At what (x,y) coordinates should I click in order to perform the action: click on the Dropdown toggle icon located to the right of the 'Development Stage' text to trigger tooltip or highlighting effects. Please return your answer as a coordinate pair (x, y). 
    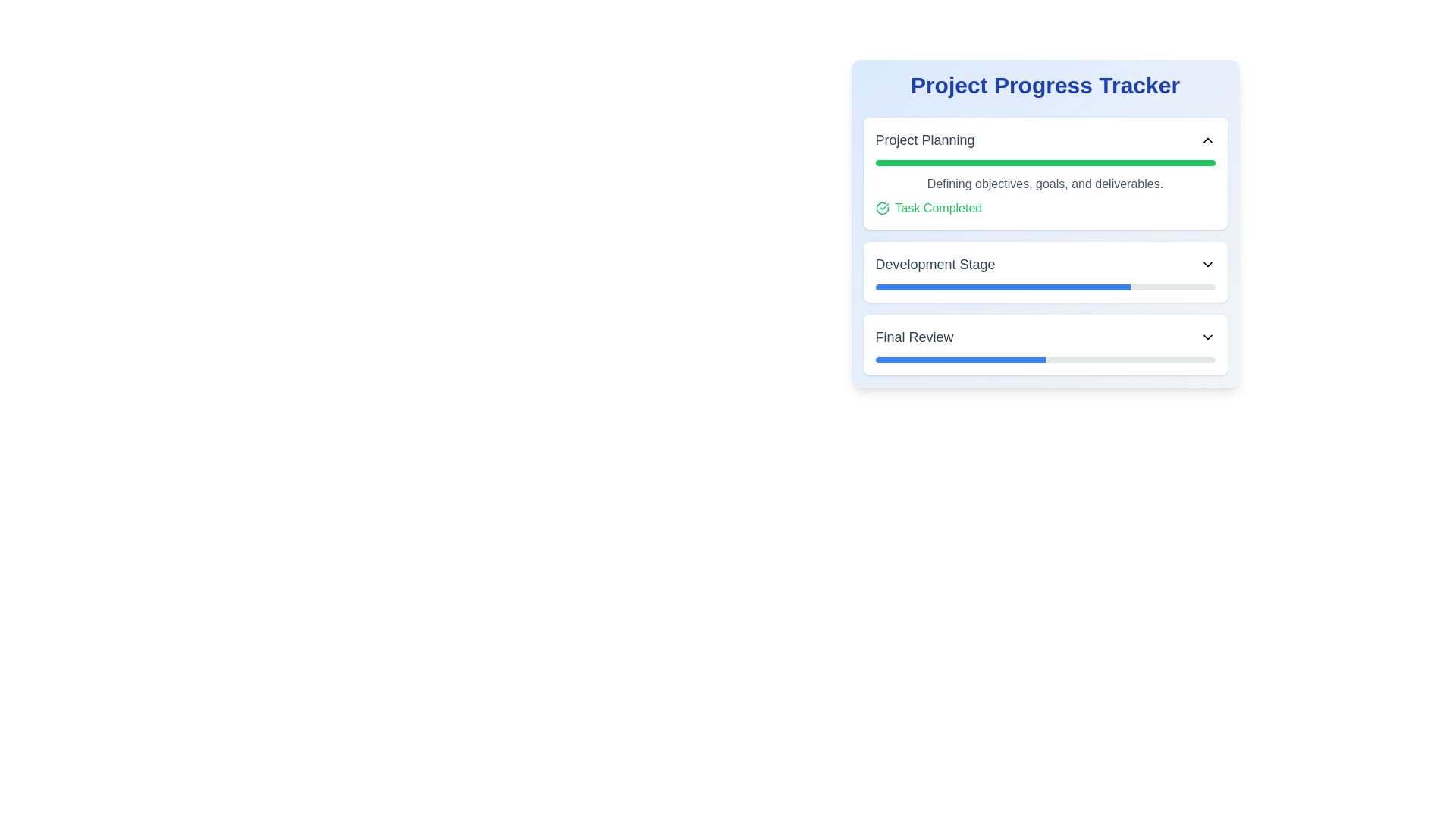
    Looking at the image, I should click on (1207, 263).